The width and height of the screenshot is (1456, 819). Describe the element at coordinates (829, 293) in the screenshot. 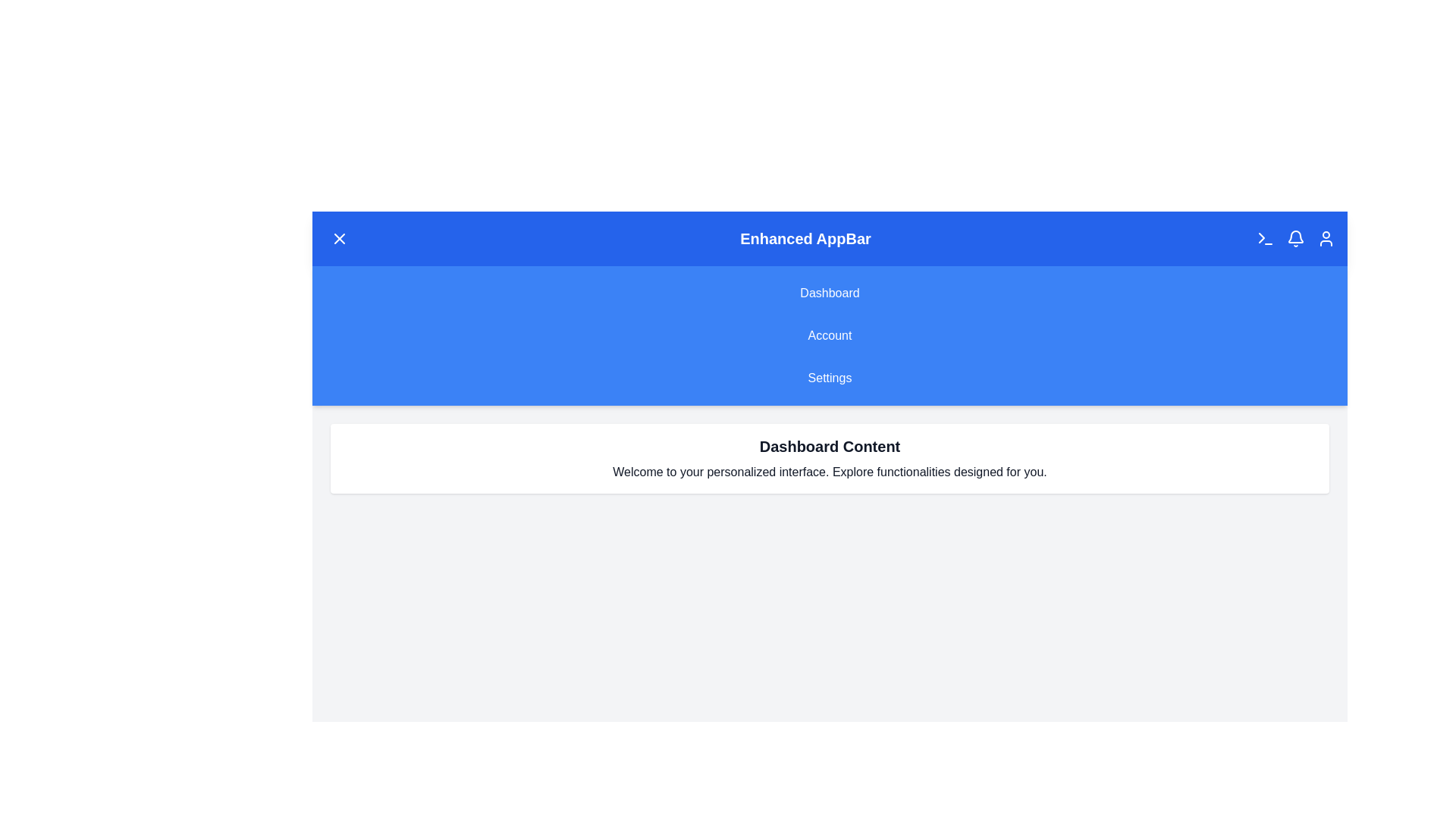

I see `'Dashboard' button` at that location.